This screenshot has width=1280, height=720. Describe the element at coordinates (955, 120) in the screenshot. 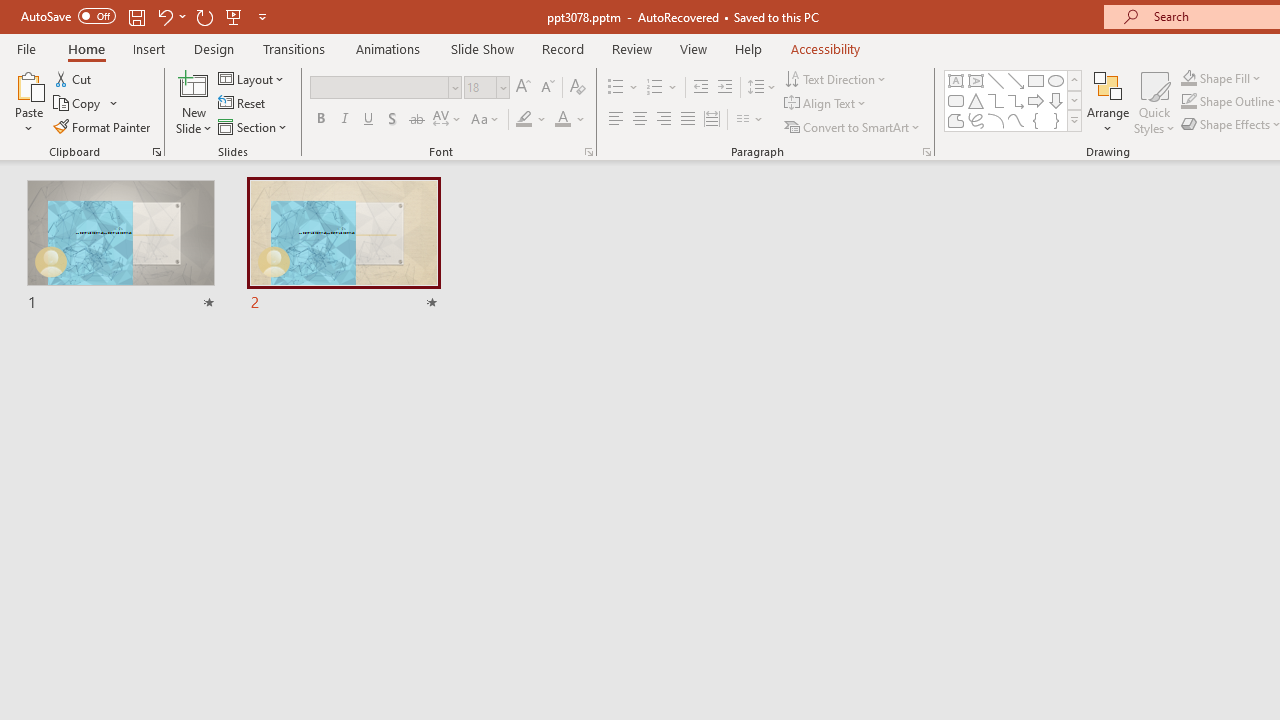

I see `'Freeform: Shape'` at that location.